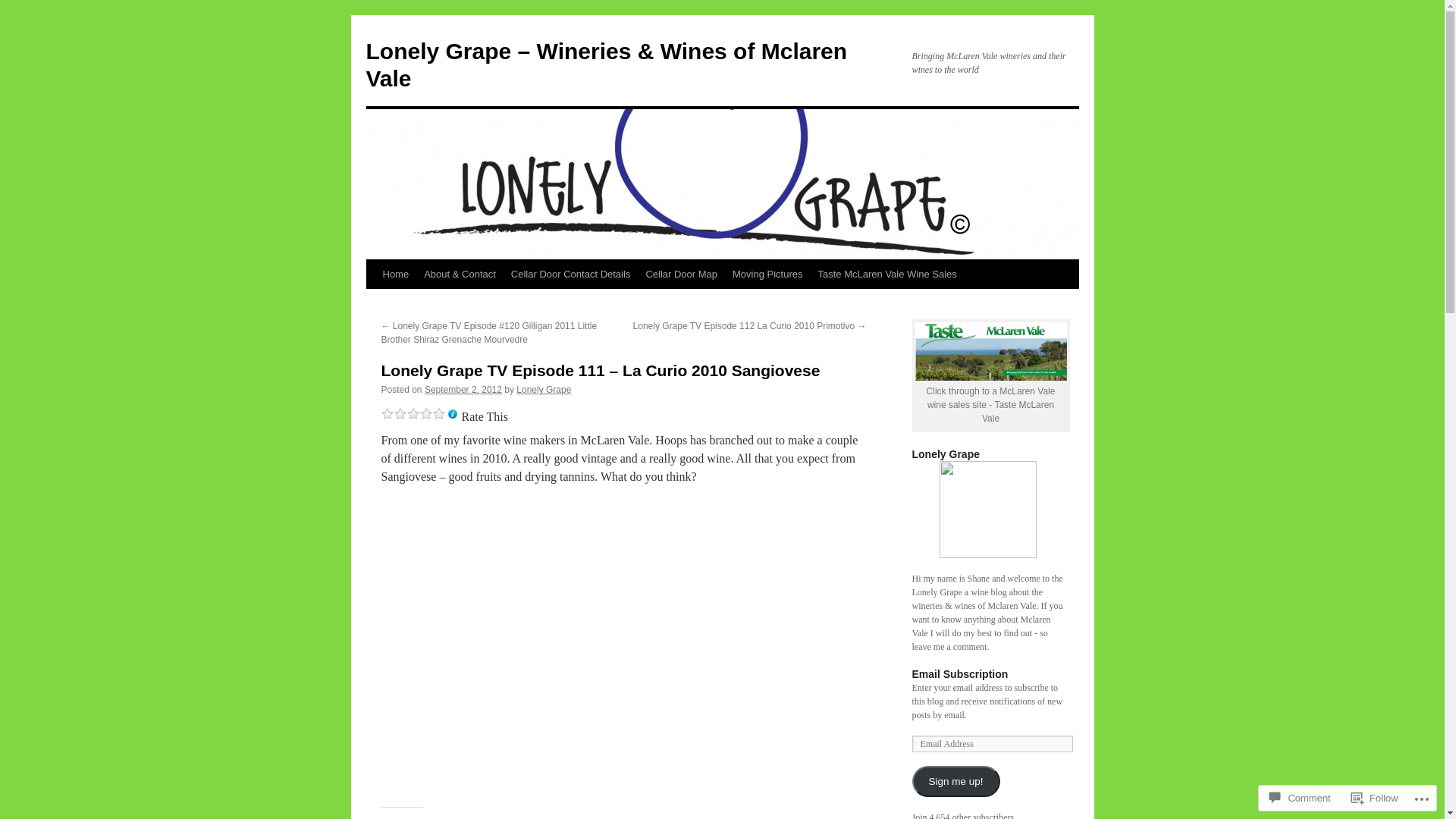  Describe the element at coordinates (570, 275) in the screenshot. I see `'Cellar Door Contact Details'` at that location.